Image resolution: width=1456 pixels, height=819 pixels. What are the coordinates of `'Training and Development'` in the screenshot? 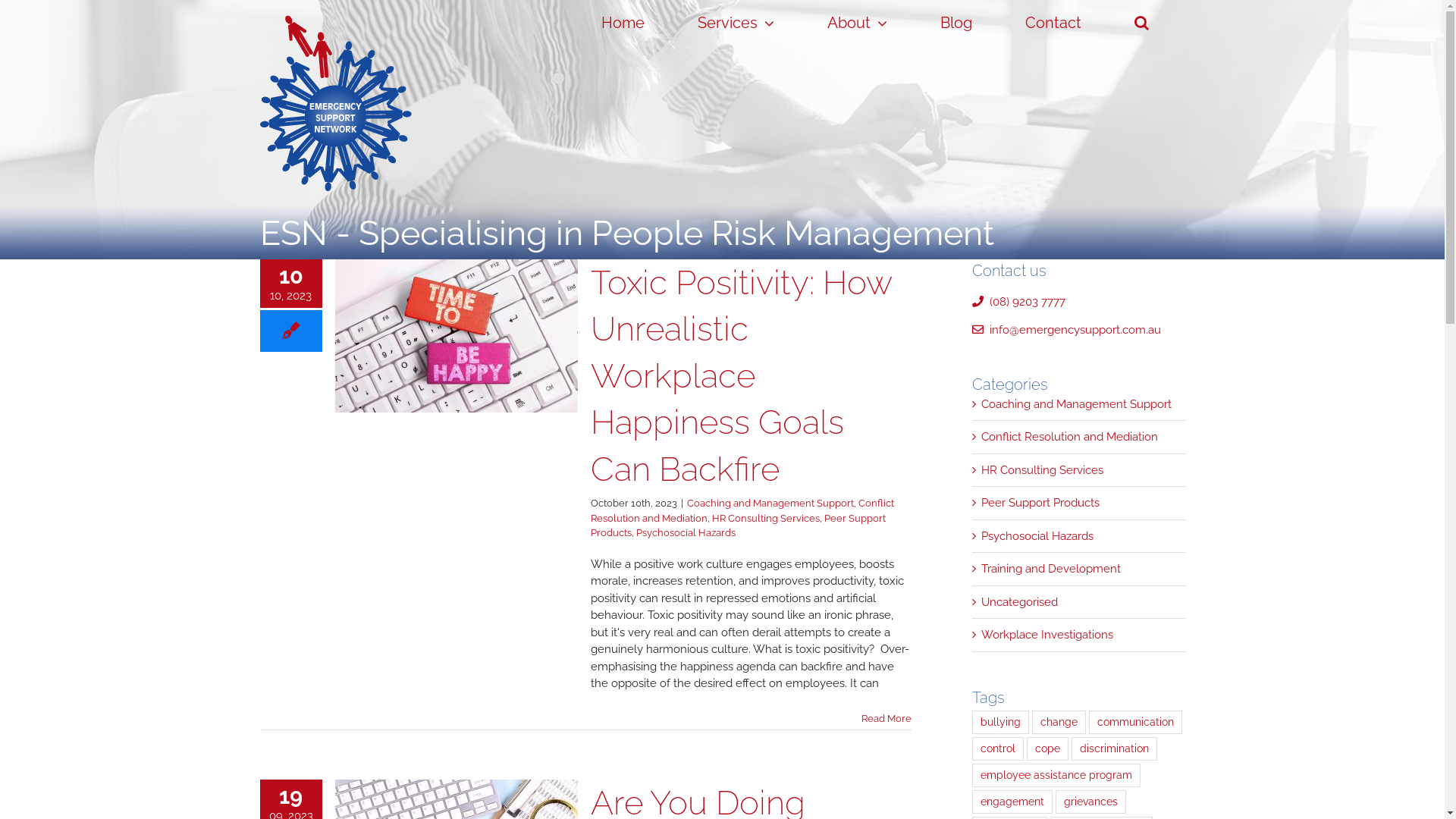 It's located at (1078, 569).